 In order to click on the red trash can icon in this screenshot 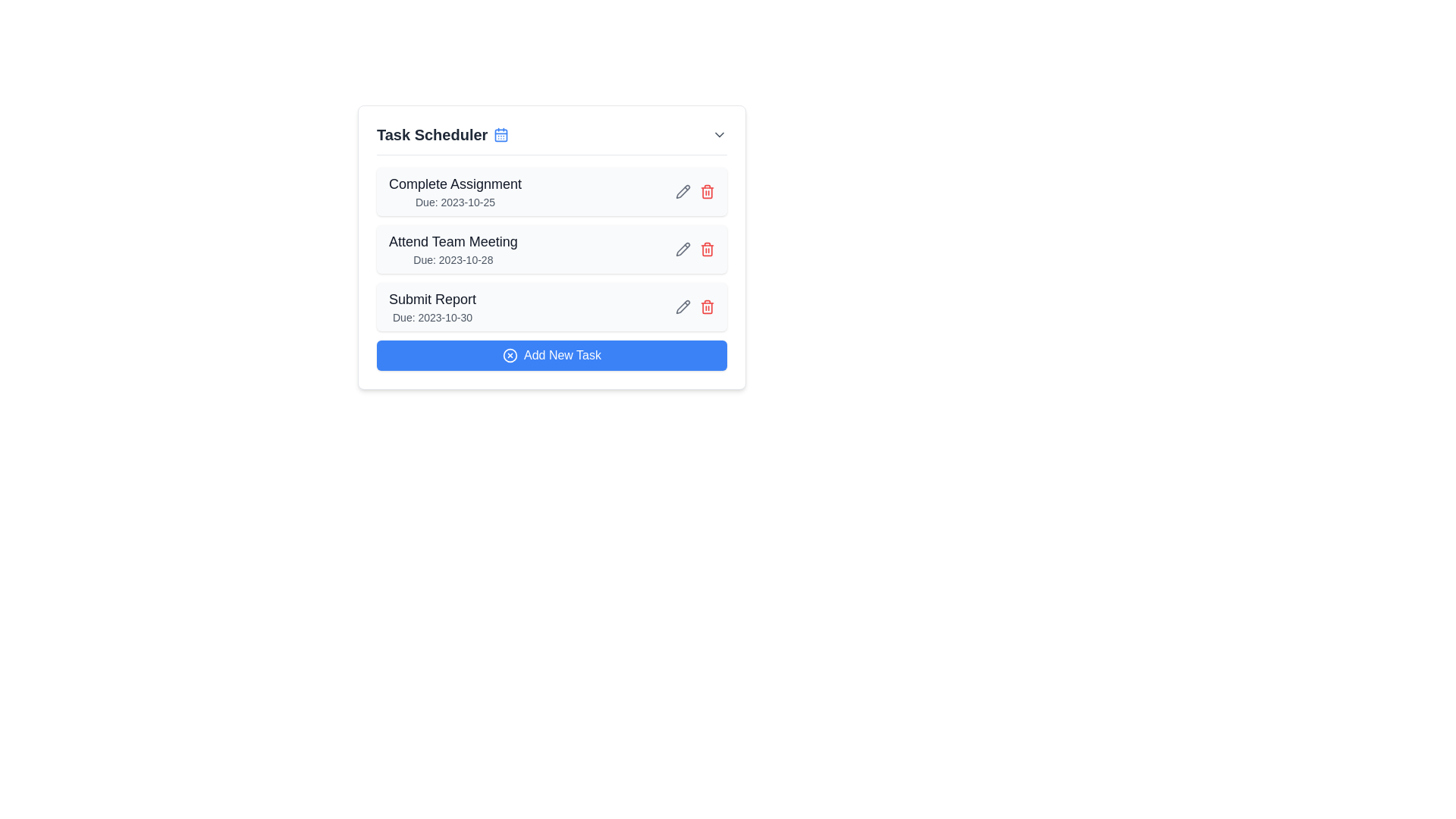, I will do `click(706, 307)`.